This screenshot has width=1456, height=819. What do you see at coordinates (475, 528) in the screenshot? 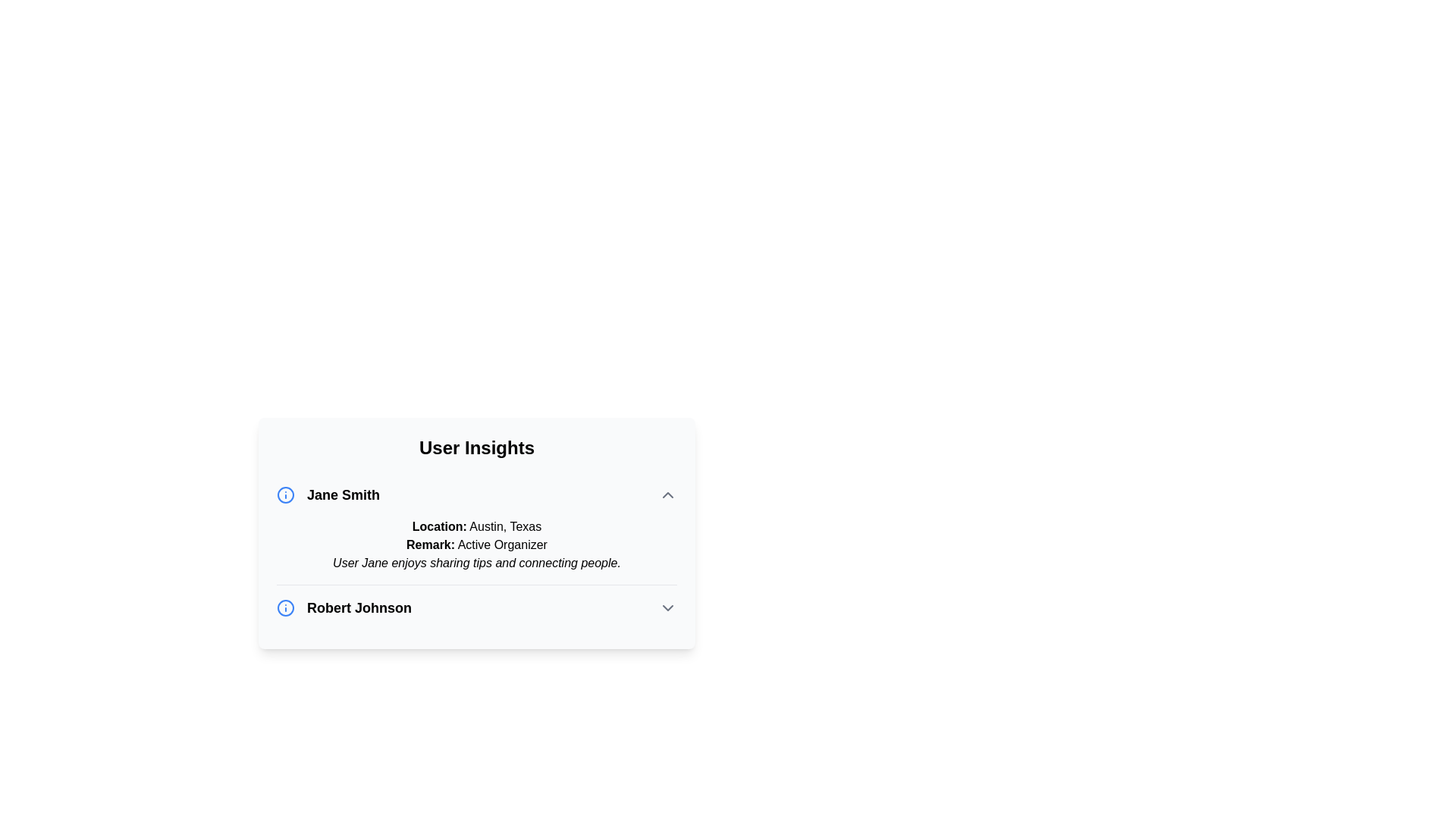
I see `the user profile card containing the name 'Jane Smith' in the 'User Insights' section` at bounding box center [475, 528].